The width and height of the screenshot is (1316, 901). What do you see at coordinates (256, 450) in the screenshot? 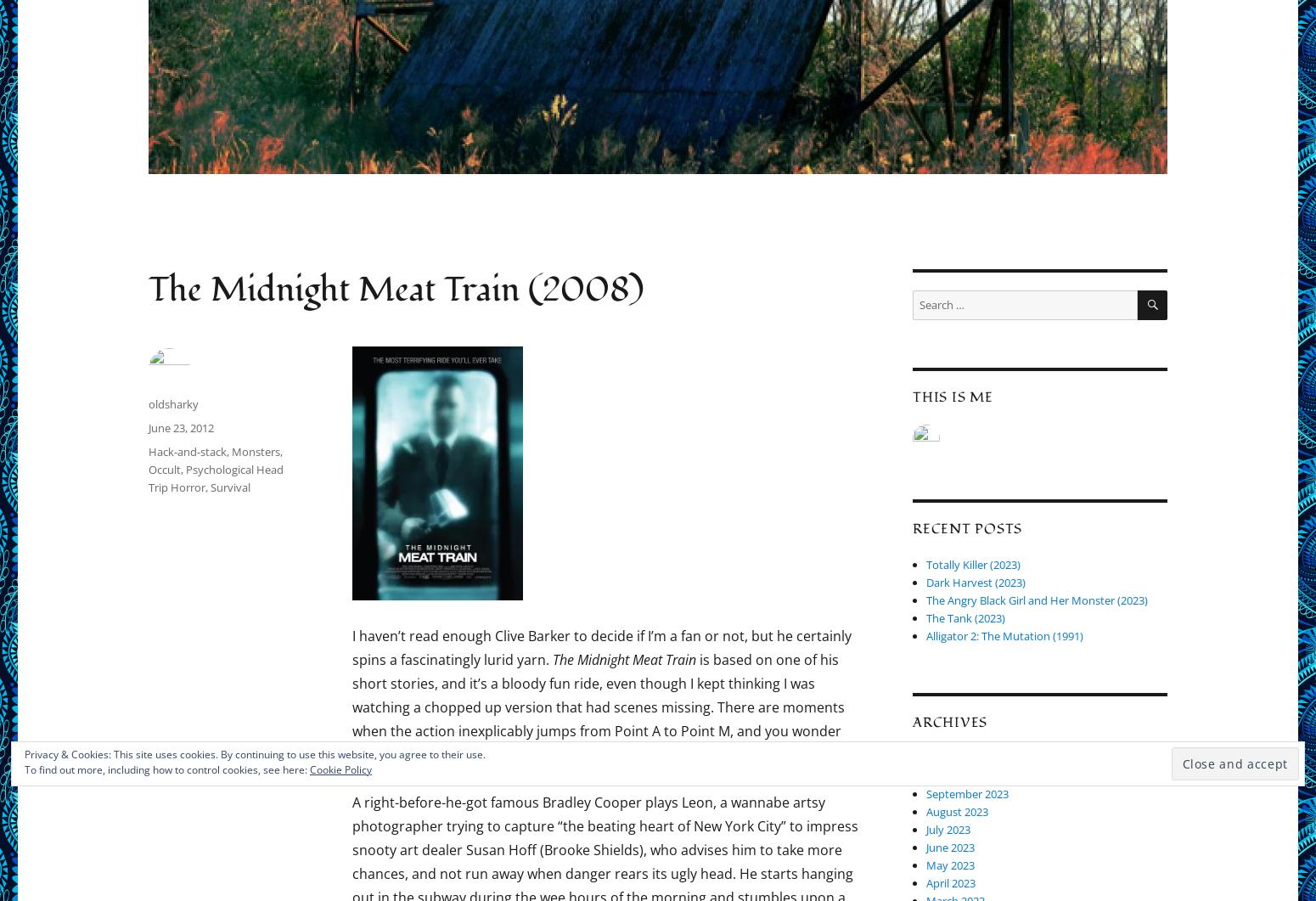
I see `'Monsters'` at bounding box center [256, 450].